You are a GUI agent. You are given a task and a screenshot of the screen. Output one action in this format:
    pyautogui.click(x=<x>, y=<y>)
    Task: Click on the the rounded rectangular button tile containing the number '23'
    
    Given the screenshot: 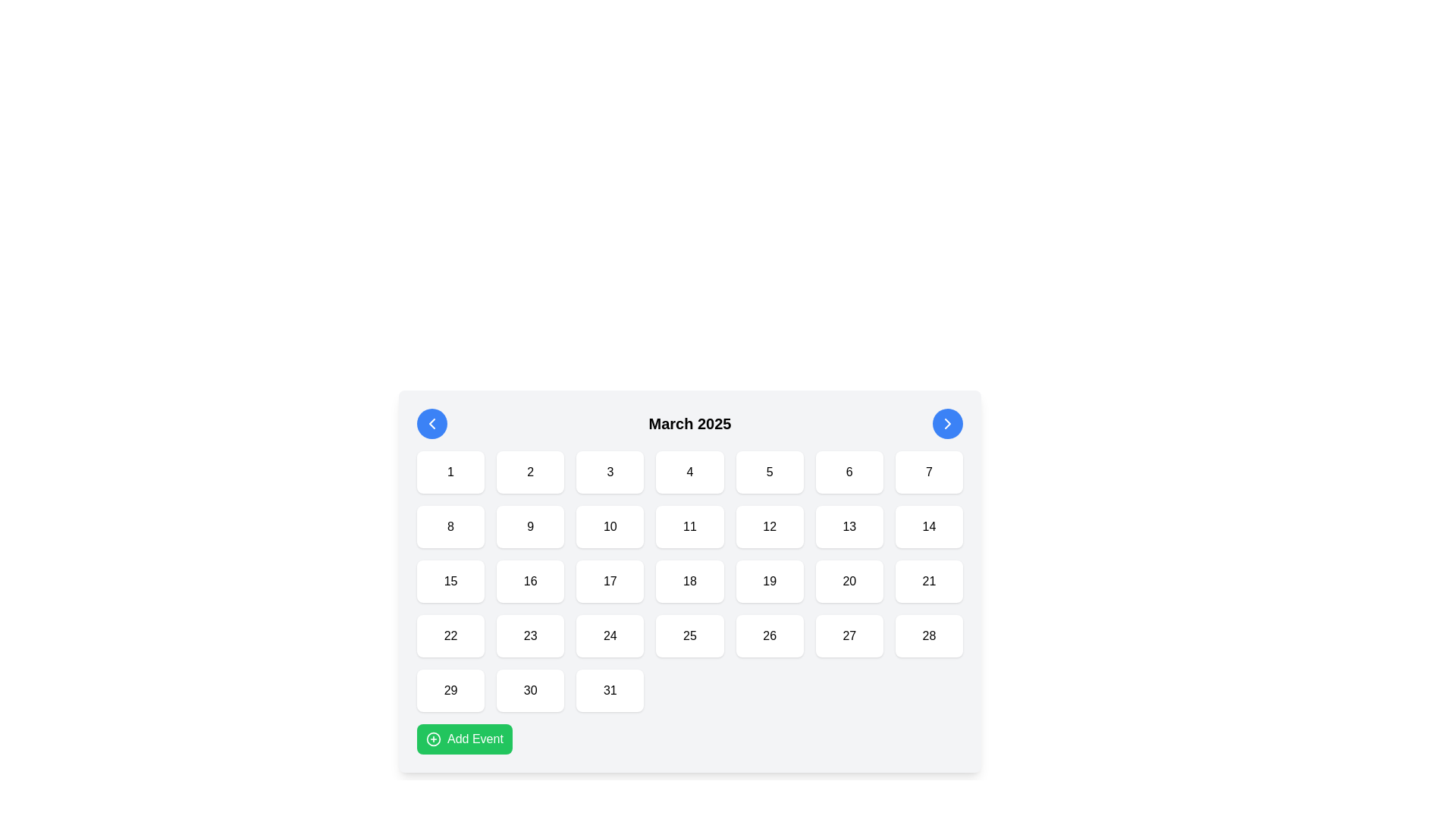 What is the action you would take?
    pyautogui.click(x=530, y=636)
    